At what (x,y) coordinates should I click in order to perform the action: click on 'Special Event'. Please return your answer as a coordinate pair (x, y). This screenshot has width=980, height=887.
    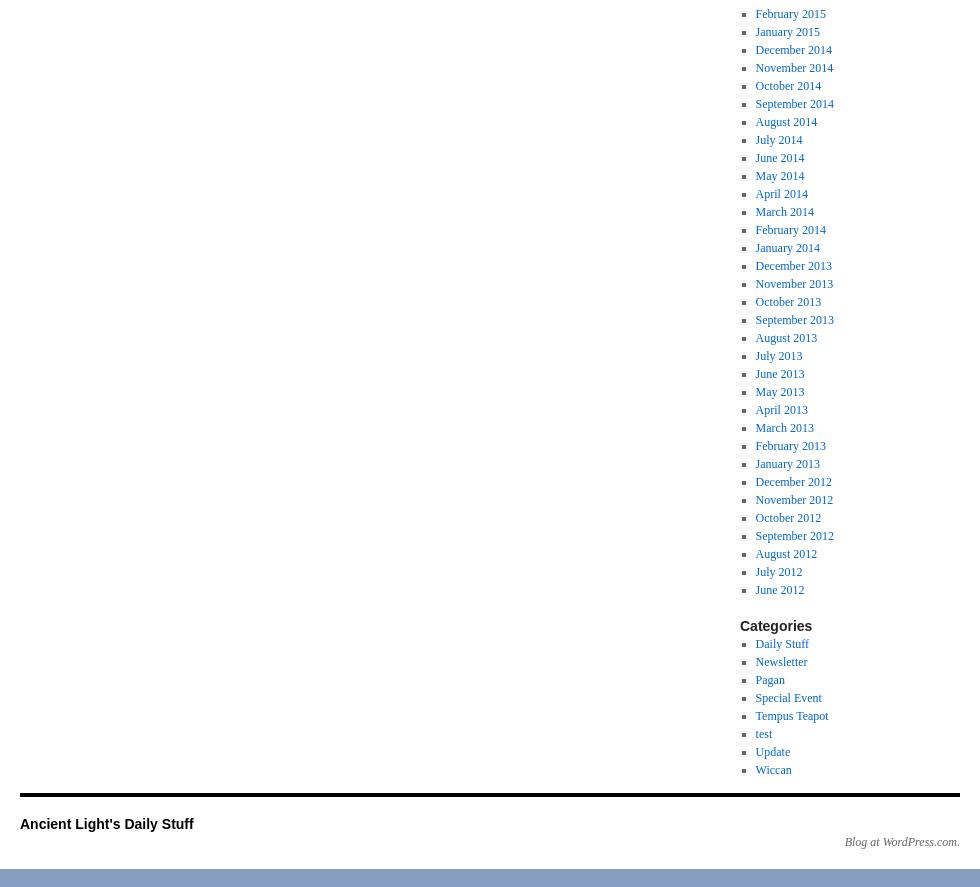
    Looking at the image, I should click on (754, 697).